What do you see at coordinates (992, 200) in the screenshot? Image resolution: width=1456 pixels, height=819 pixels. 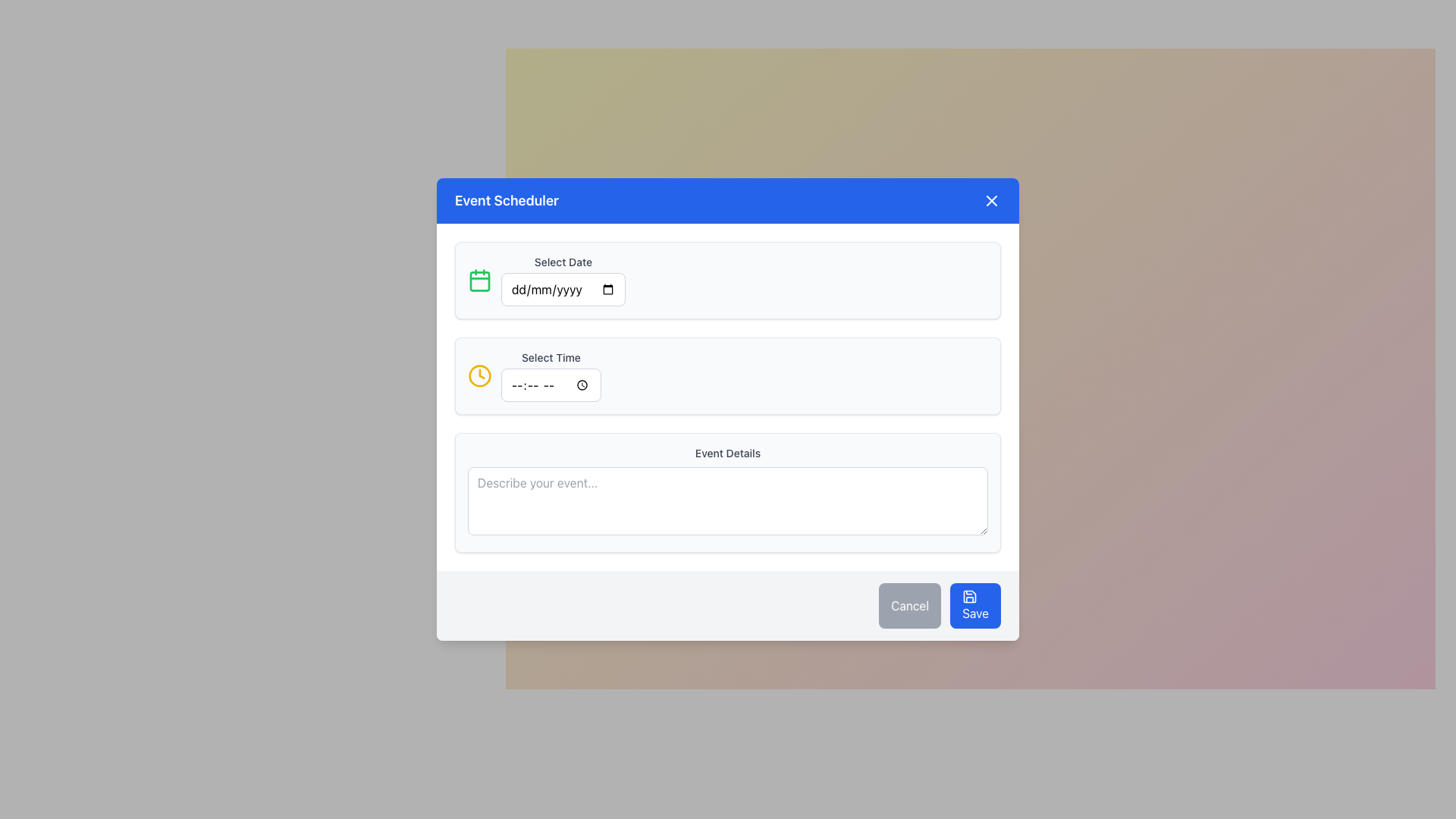 I see `the close button located at the far right end of the title bar in the 'Event Scheduler' dialog window` at bounding box center [992, 200].